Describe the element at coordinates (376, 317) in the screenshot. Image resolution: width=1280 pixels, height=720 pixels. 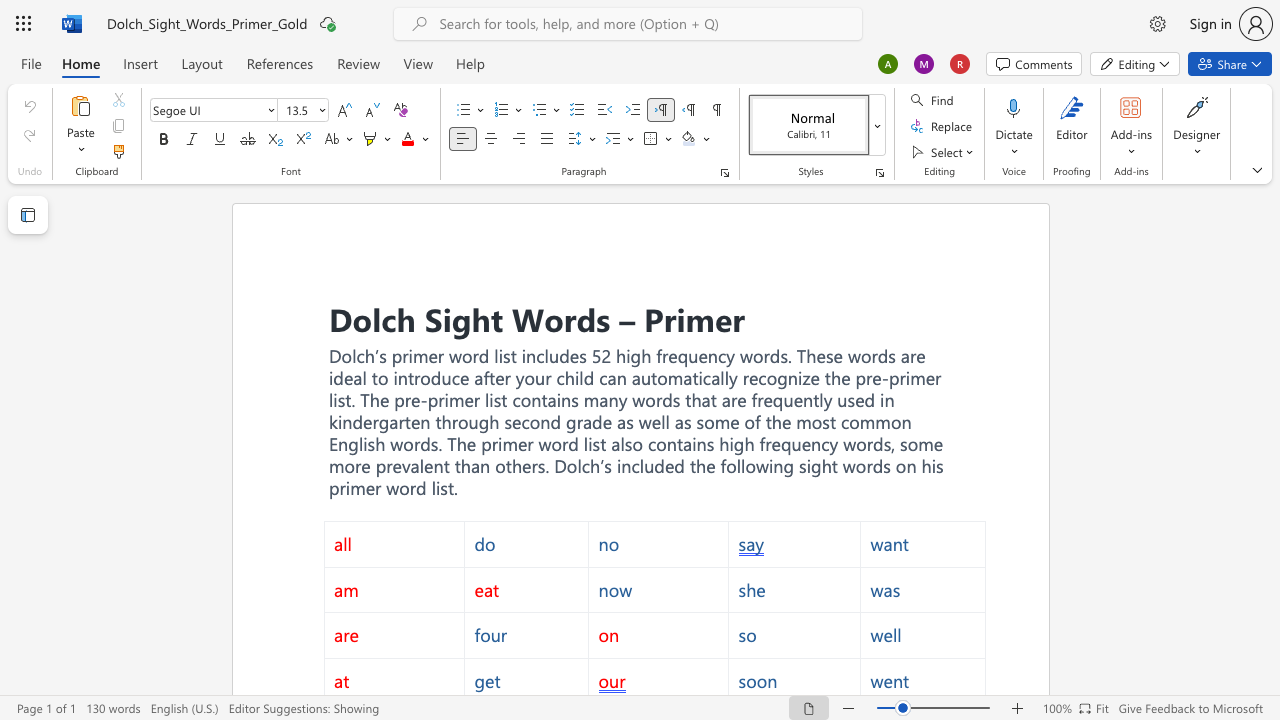
I see `the 1th character "l" in the text` at that location.